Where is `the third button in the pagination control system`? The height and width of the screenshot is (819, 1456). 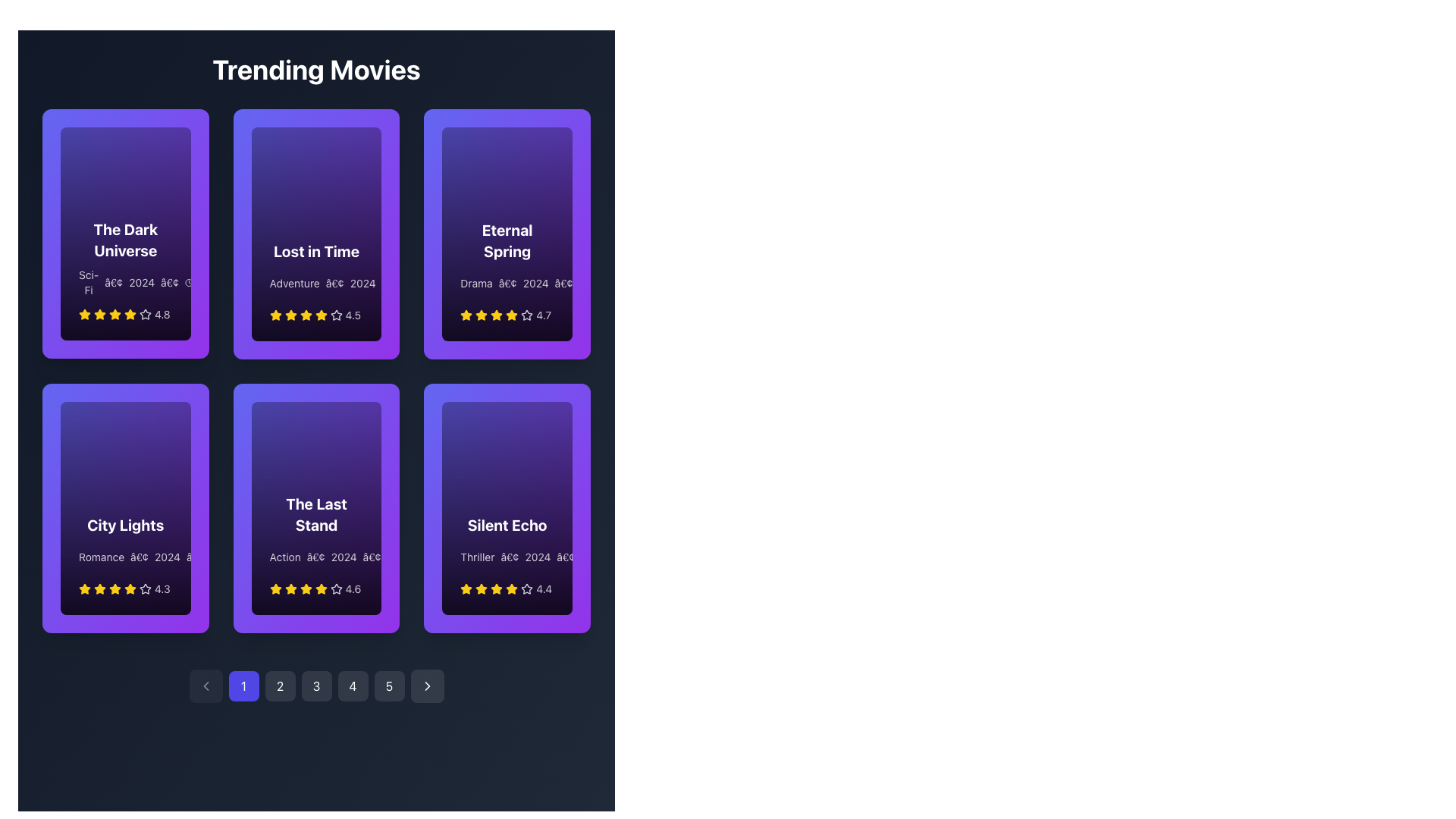
the third button in the pagination control system is located at coordinates (315, 686).